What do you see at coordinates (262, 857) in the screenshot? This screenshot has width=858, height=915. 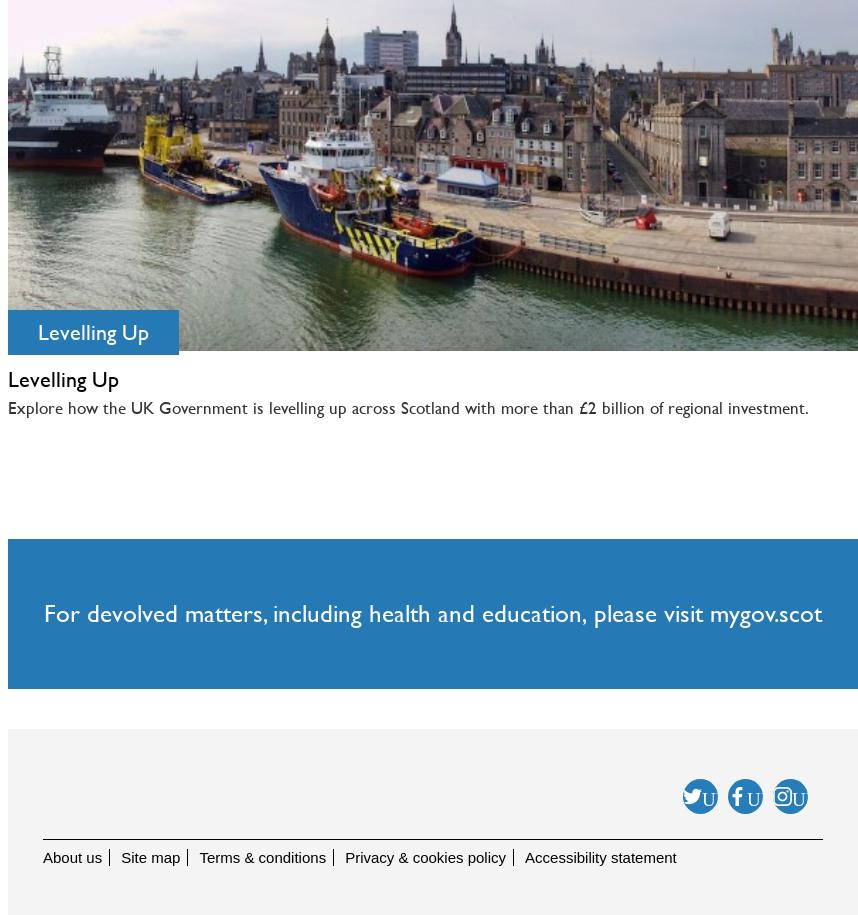 I see `'Terms & conditions'` at bounding box center [262, 857].